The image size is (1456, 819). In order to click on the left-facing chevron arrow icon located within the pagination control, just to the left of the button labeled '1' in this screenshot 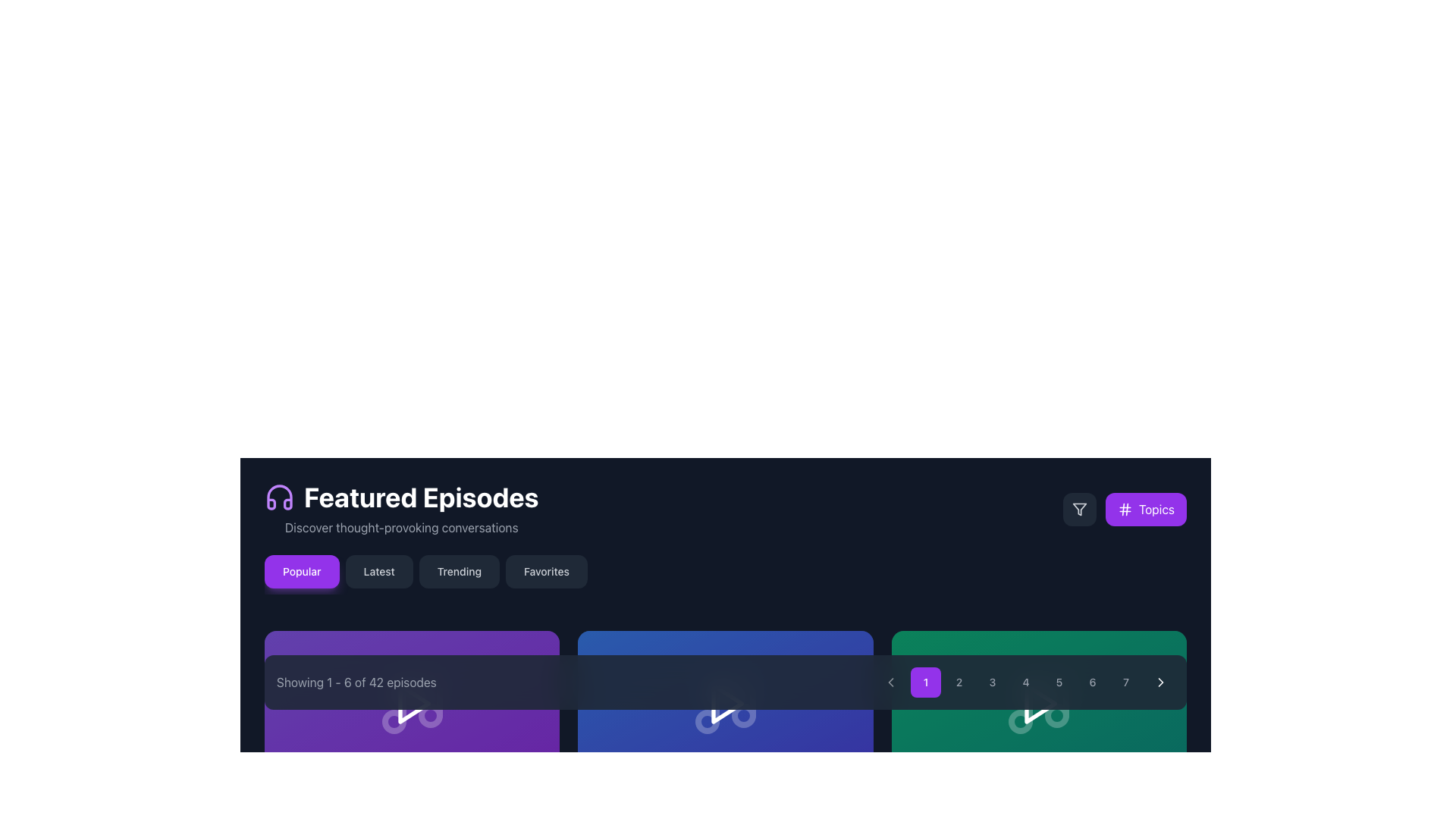, I will do `click(891, 681)`.